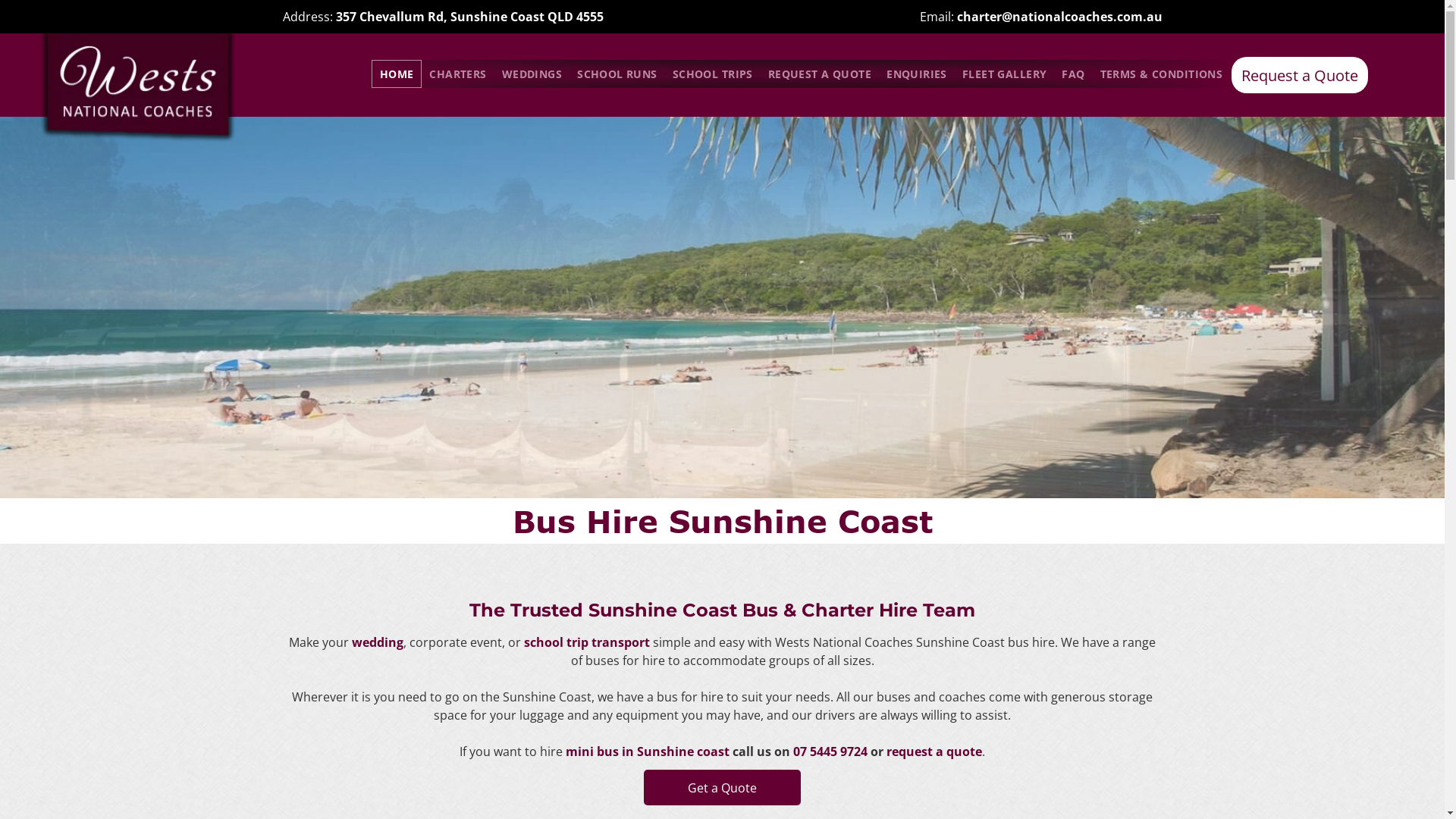 The width and height of the screenshot is (1456, 819). Describe the element at coordinates (585, 642) in the screenshot. I see `'school trip transport'` at that location.